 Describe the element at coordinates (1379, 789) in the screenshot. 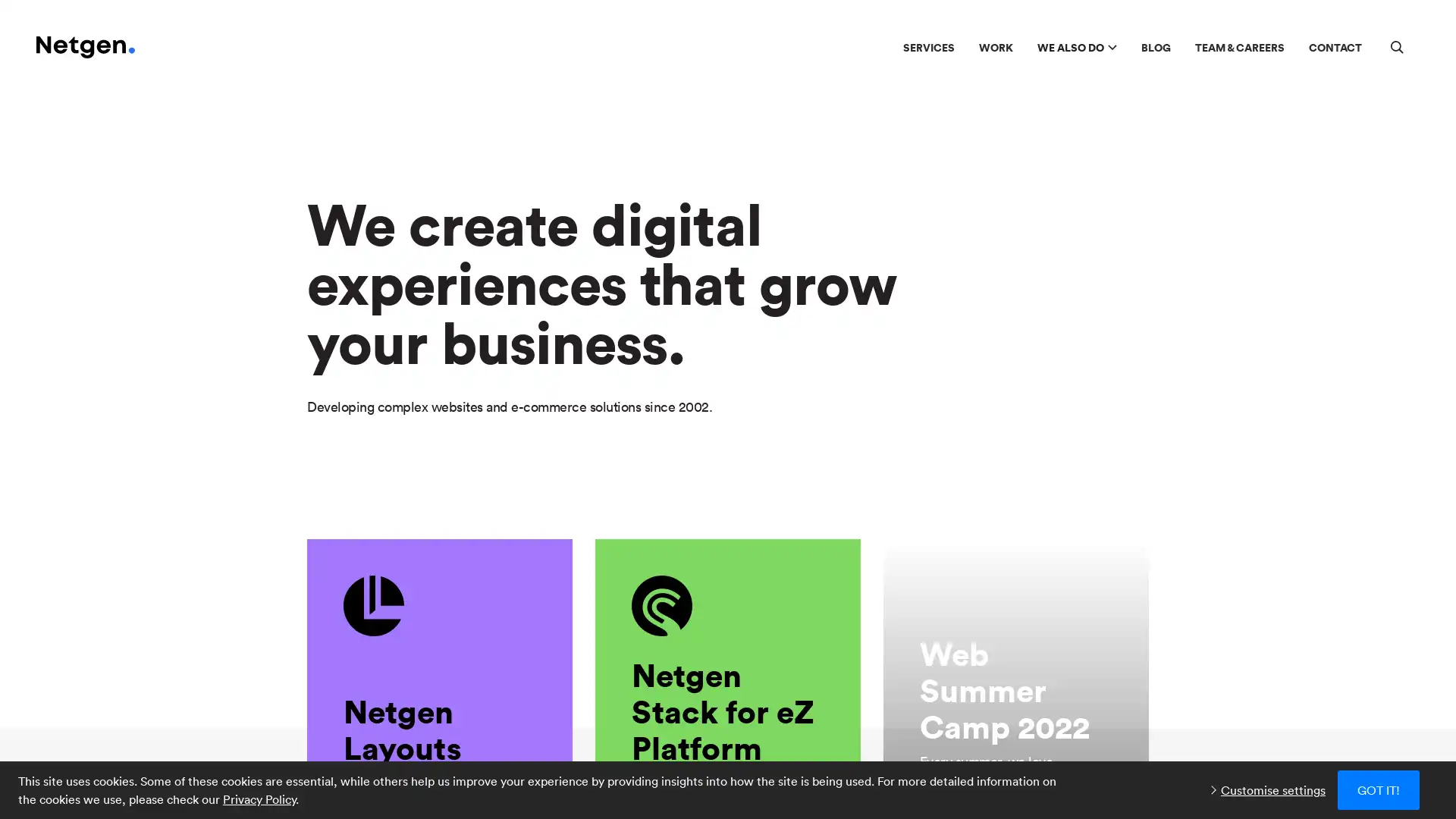

I see `GOT IT!` at that location.